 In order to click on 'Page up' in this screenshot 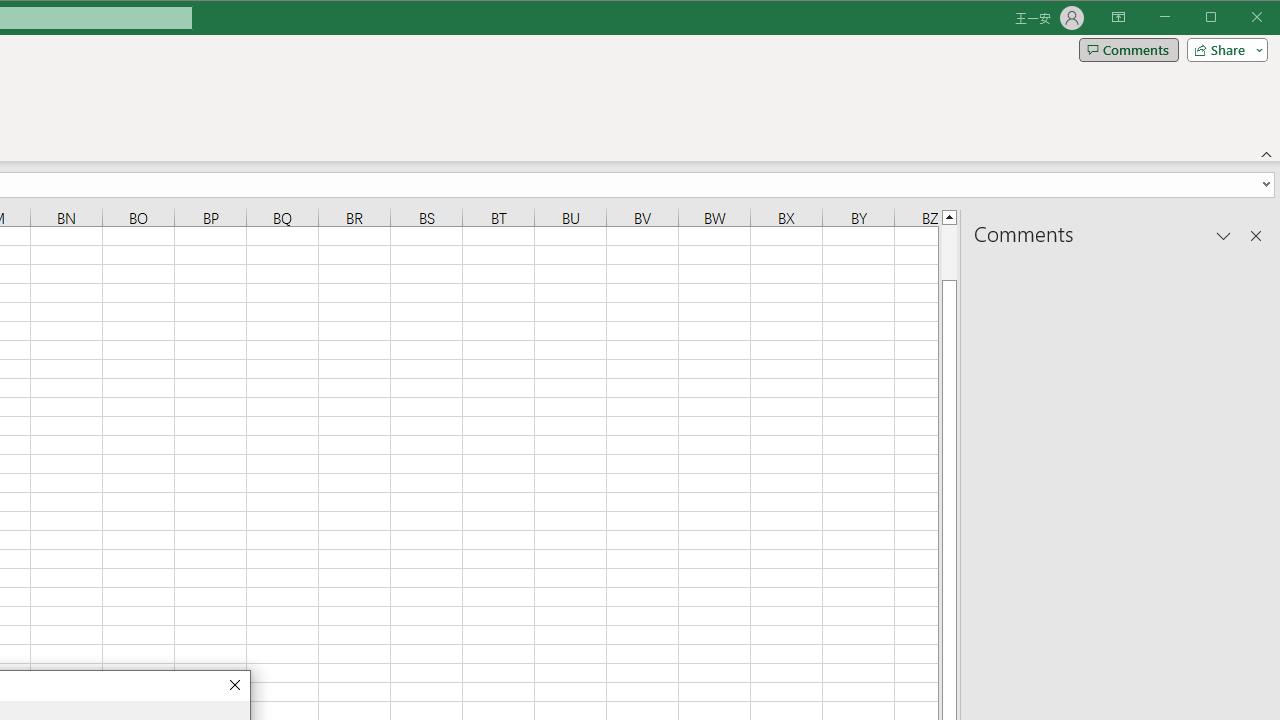, I will do `click(948, 251)`.